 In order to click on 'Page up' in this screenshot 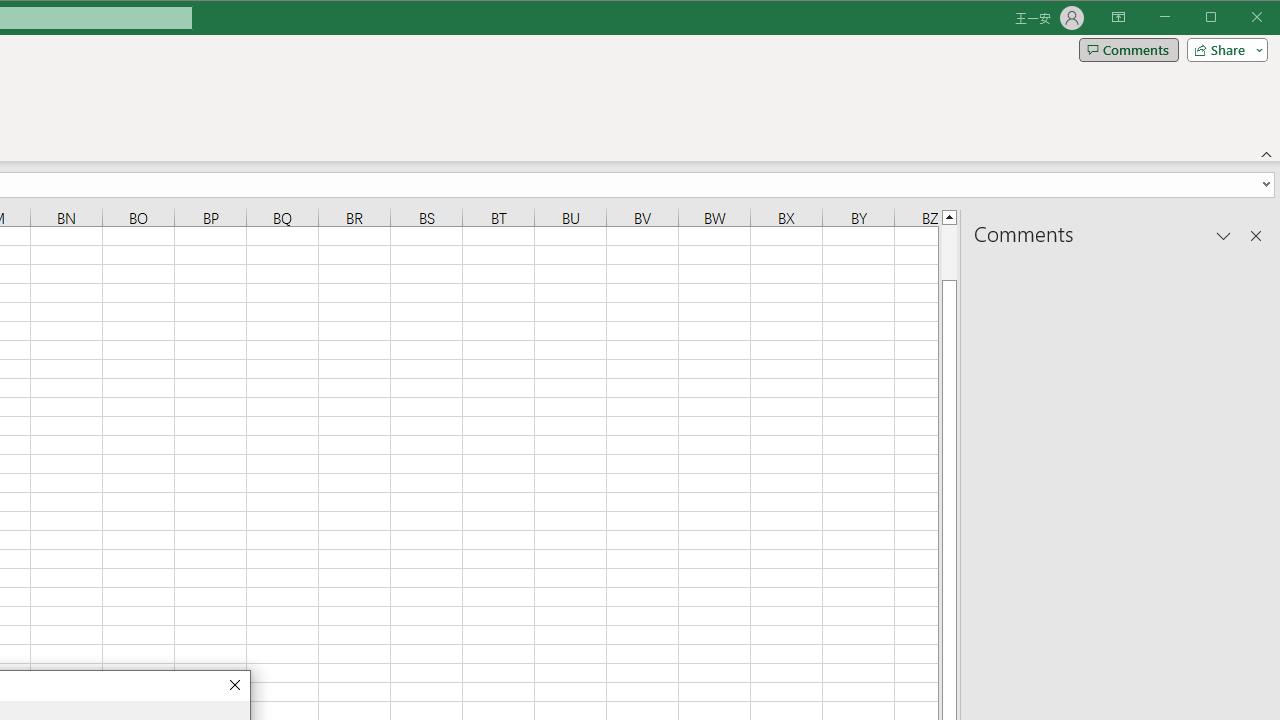, I will do `click(948, 251)`.